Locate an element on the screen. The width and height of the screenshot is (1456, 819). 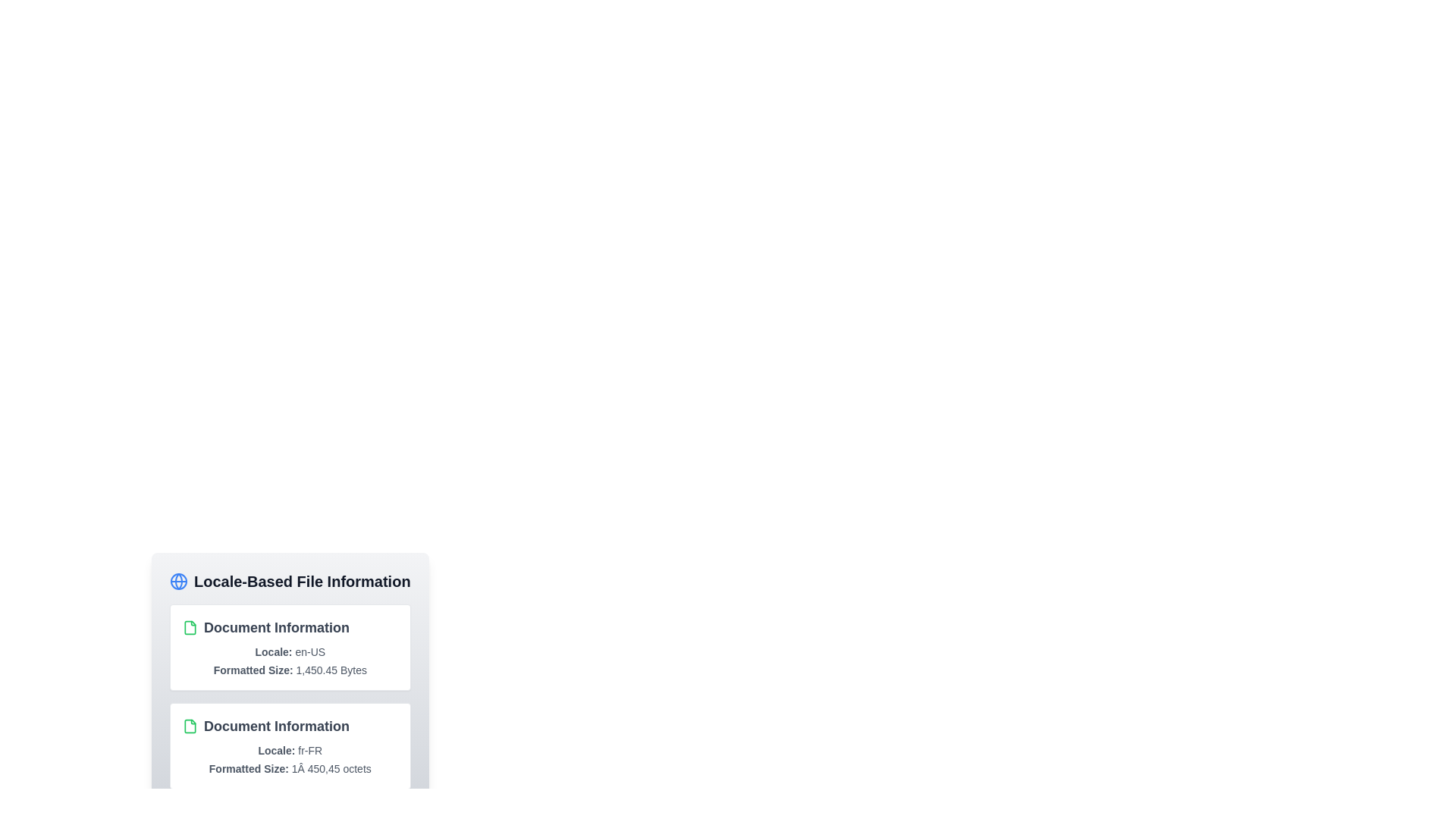
the small SVG icon resembling a file, which has a green fill color and is positioned to the left of the text 'Document Information' in the first item of the vertical list under 'Locale-Based File Information' is located at coordinates (189, 628).